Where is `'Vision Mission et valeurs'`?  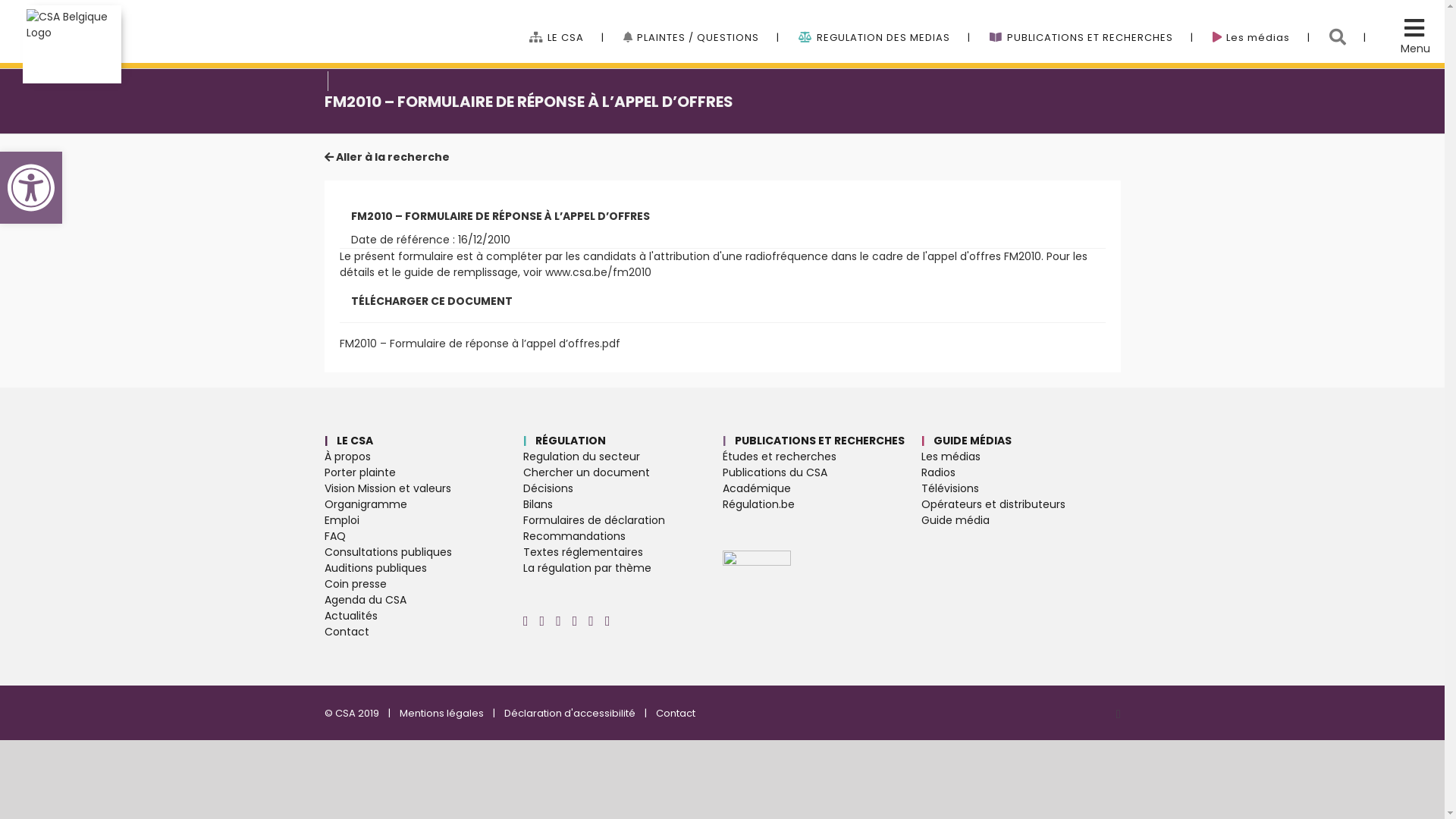 'Vision Mission et valeurs' is located at coordinates (424, 488).